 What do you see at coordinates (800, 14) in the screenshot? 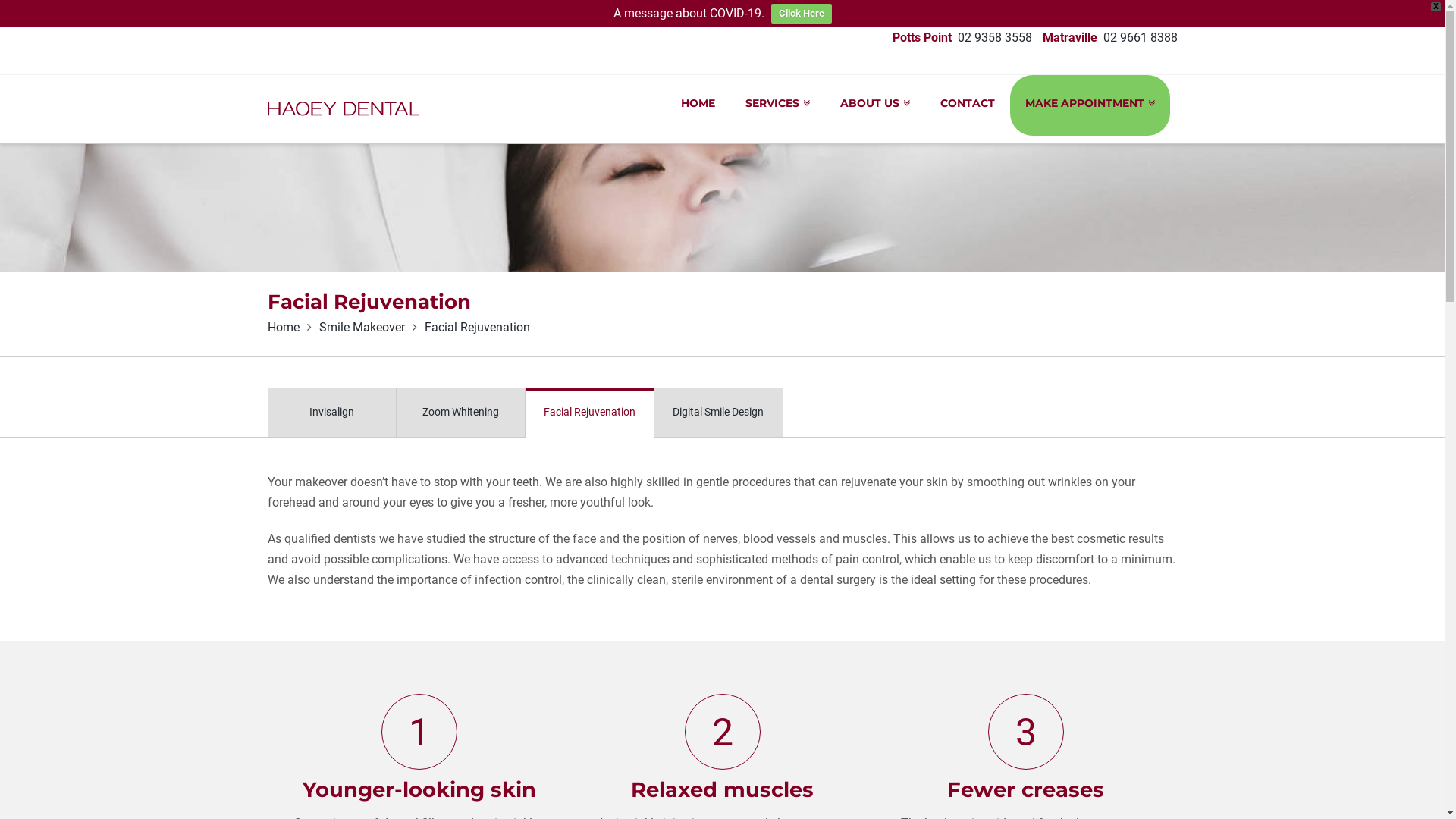
I see `'Click Here'` at bounding box center [800, 14].